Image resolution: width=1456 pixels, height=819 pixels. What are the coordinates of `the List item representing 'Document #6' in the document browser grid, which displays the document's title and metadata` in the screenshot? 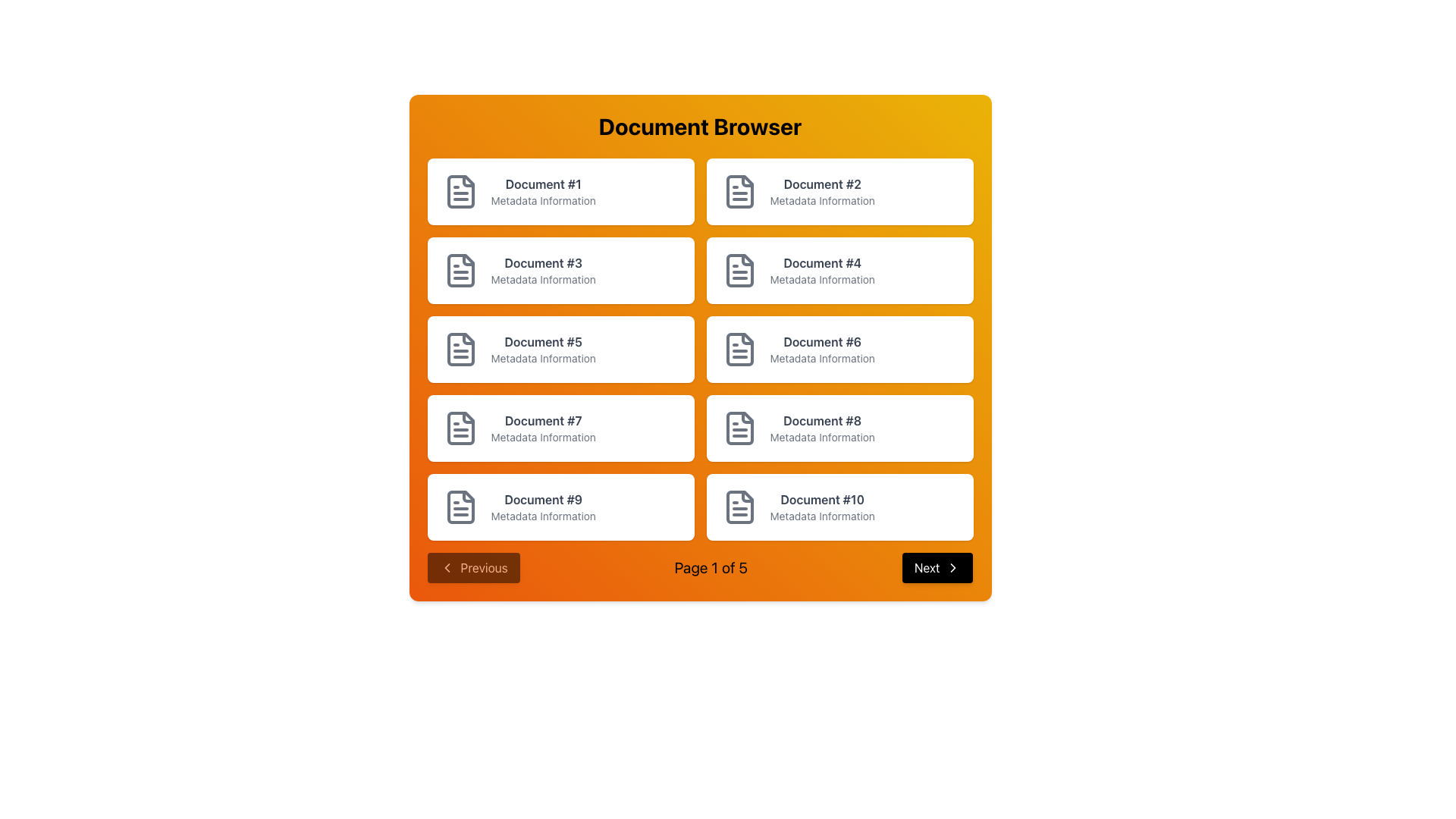 It's located at (821, 350).